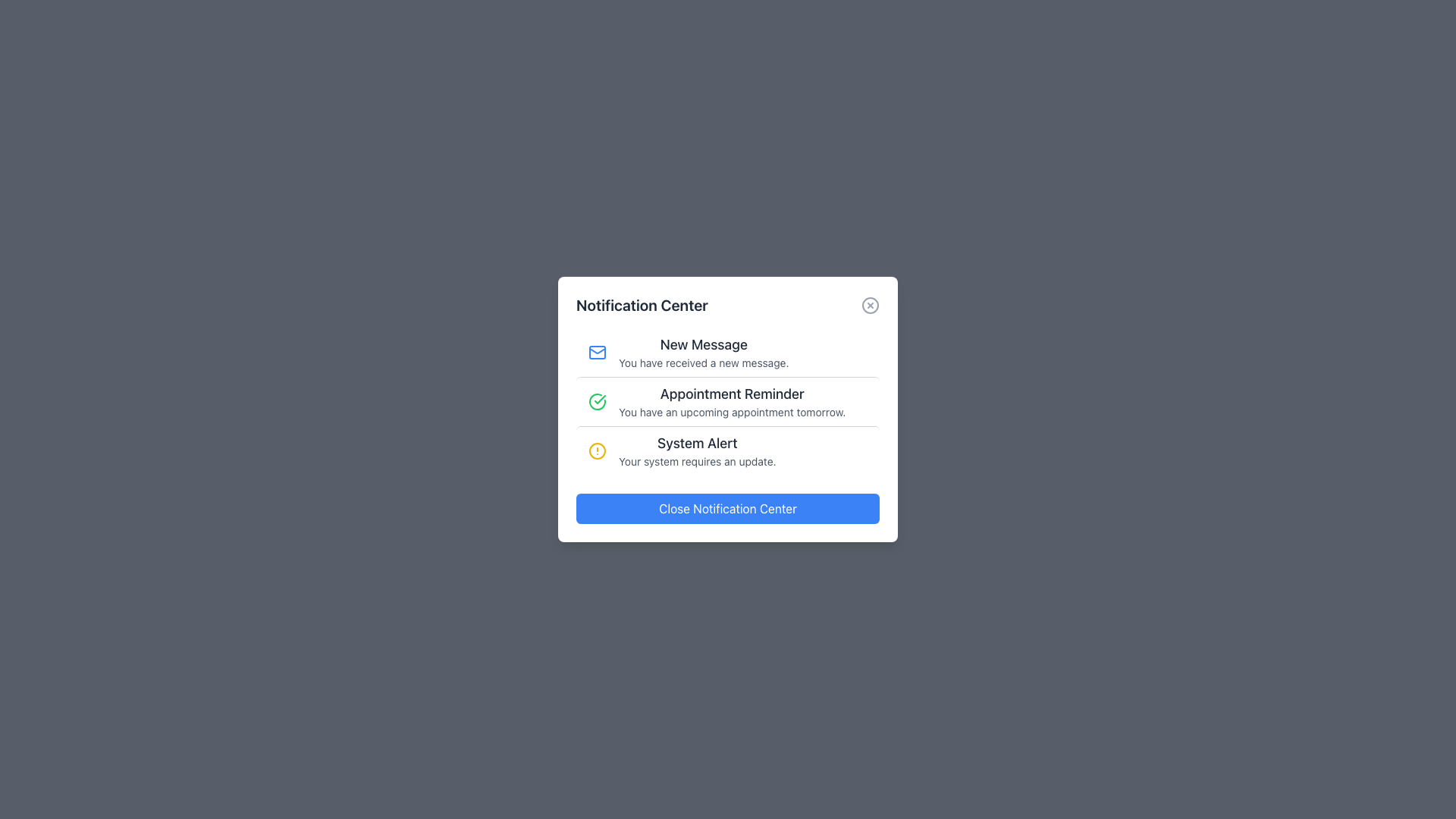 Image resolution: width=1456 pixels, height=819 pixels. What do you see at coordinates (703, 362) in the screenshot?
I see `the descriptive text element for the notification titled 'New Message', which is positioned directly below the title within the 'Notification Center' panel` at bounding box center [703, 362].